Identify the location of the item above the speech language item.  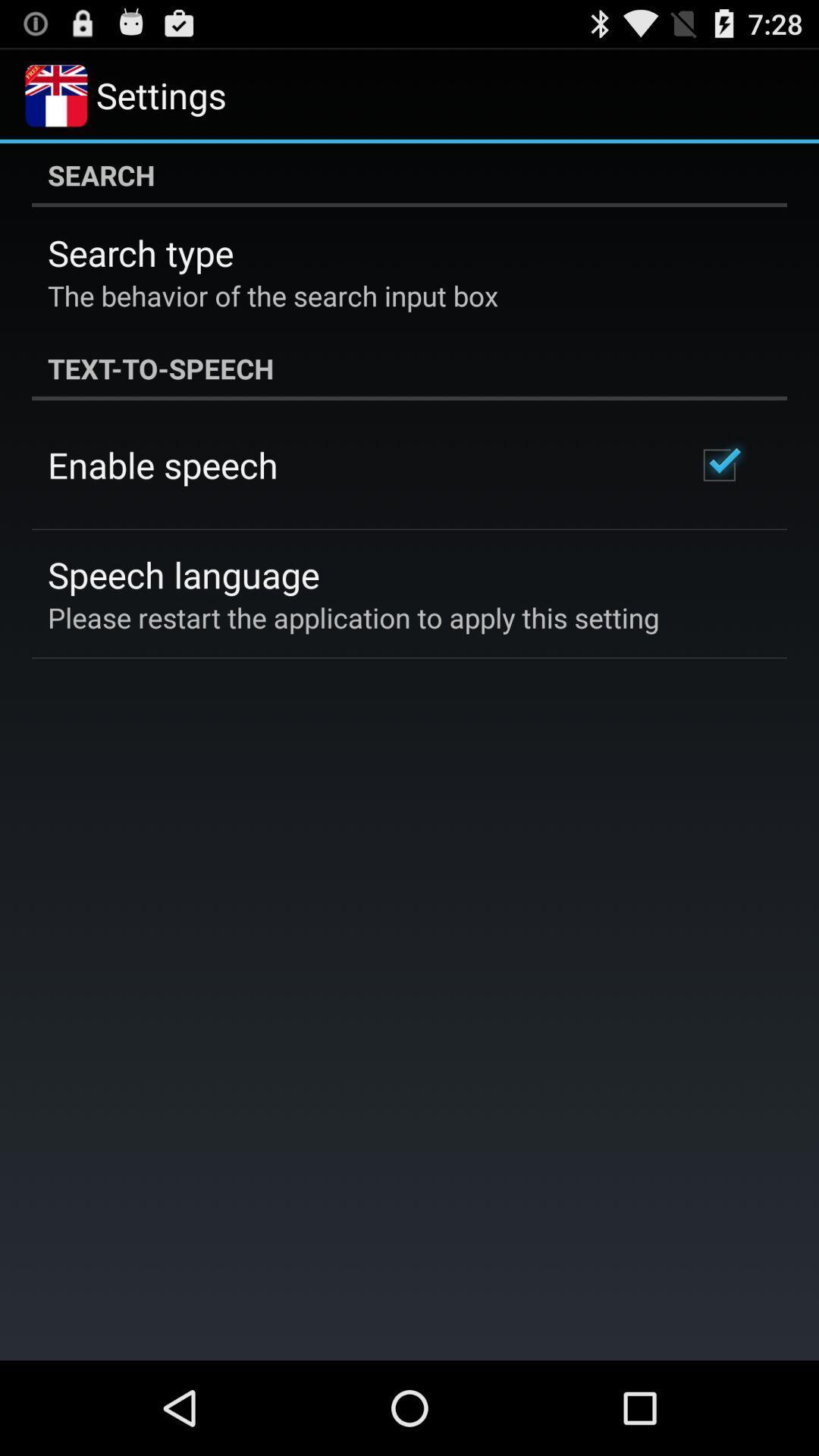
(162, 464).